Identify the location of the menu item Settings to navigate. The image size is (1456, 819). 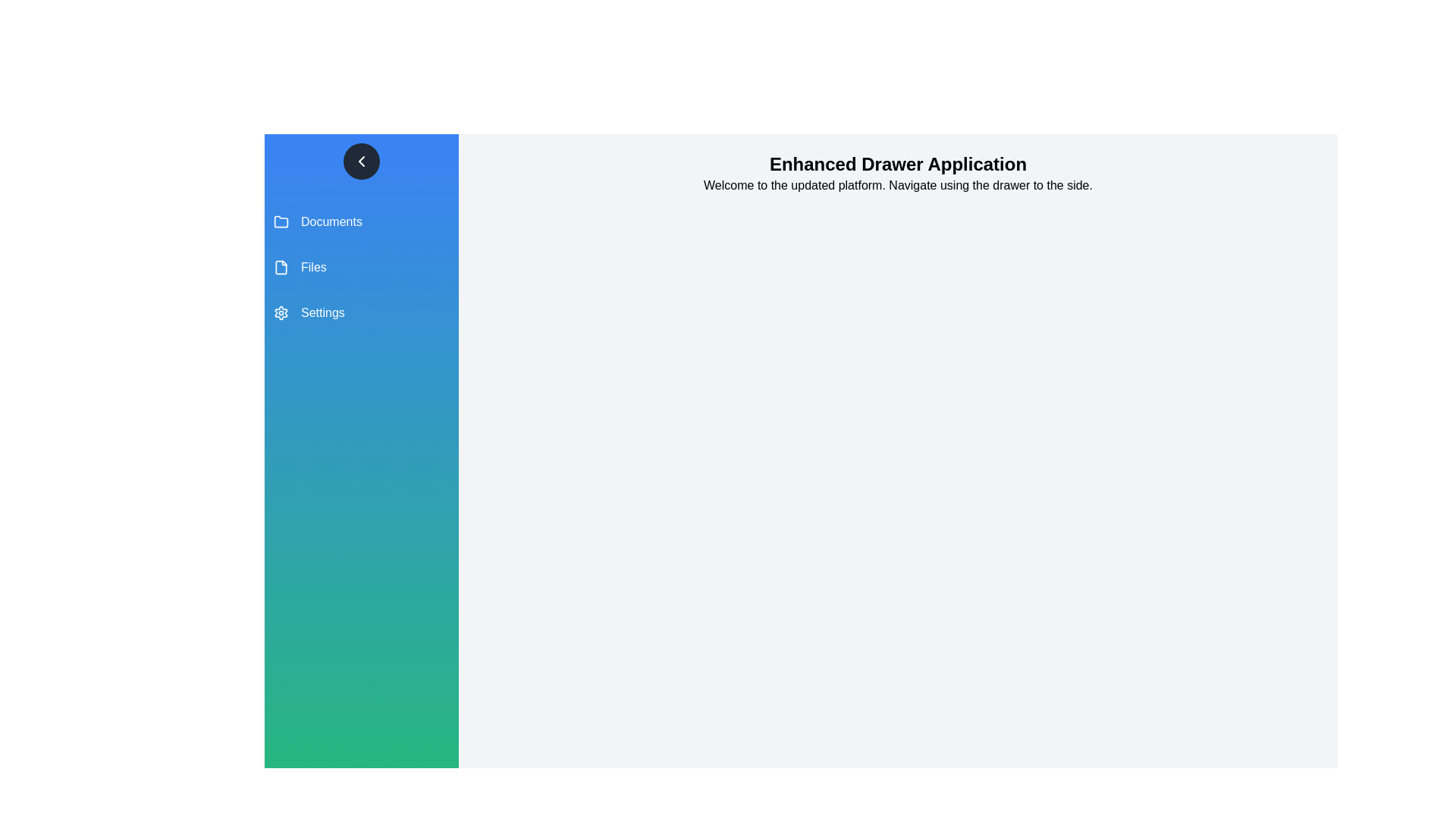
(360, 312).